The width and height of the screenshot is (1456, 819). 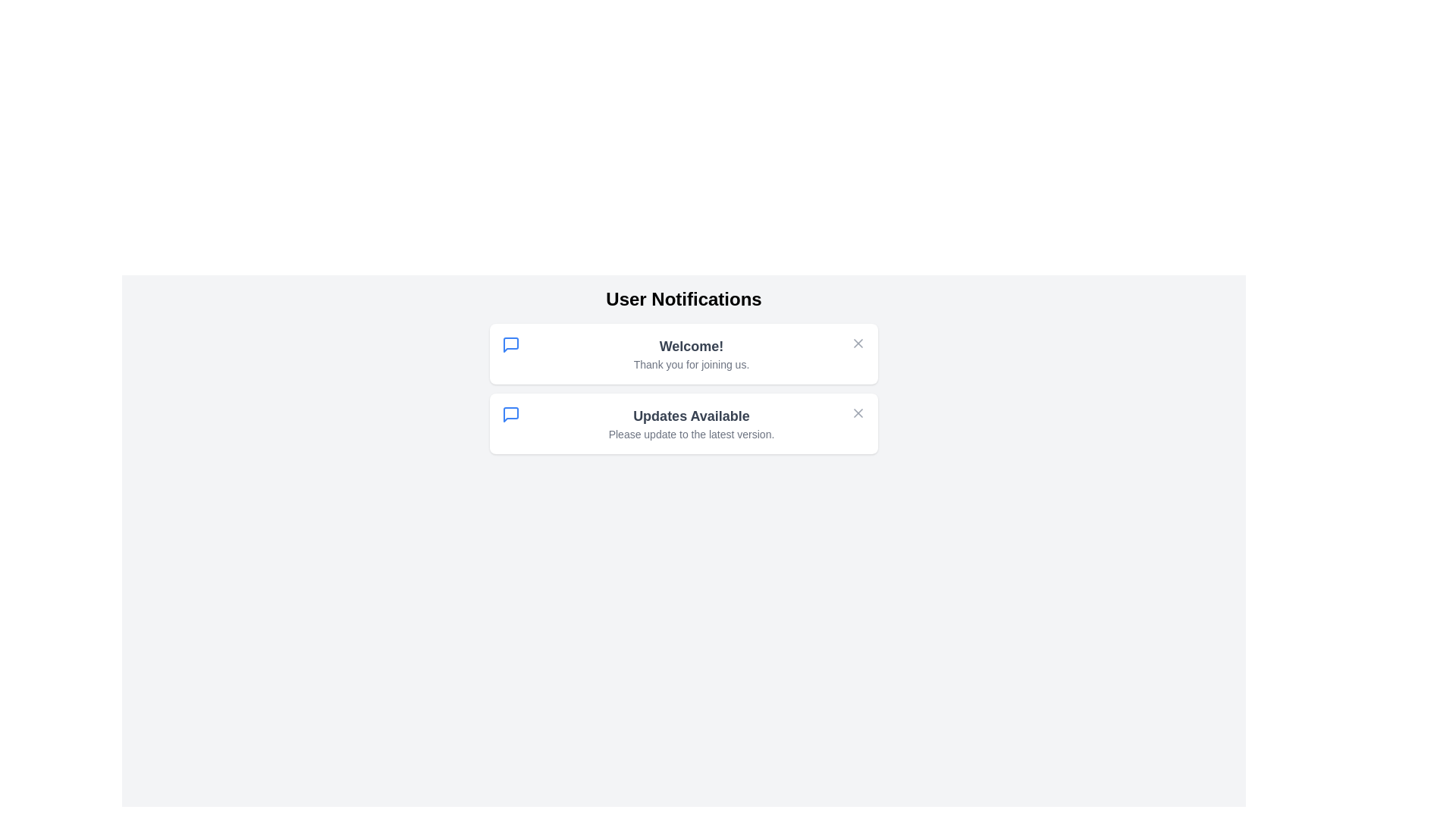 I want to click on the speech bubble icon indicating 'Updates Available', which is the first element within the card, positioned to the left of the text content, so click(x=510, y=415).